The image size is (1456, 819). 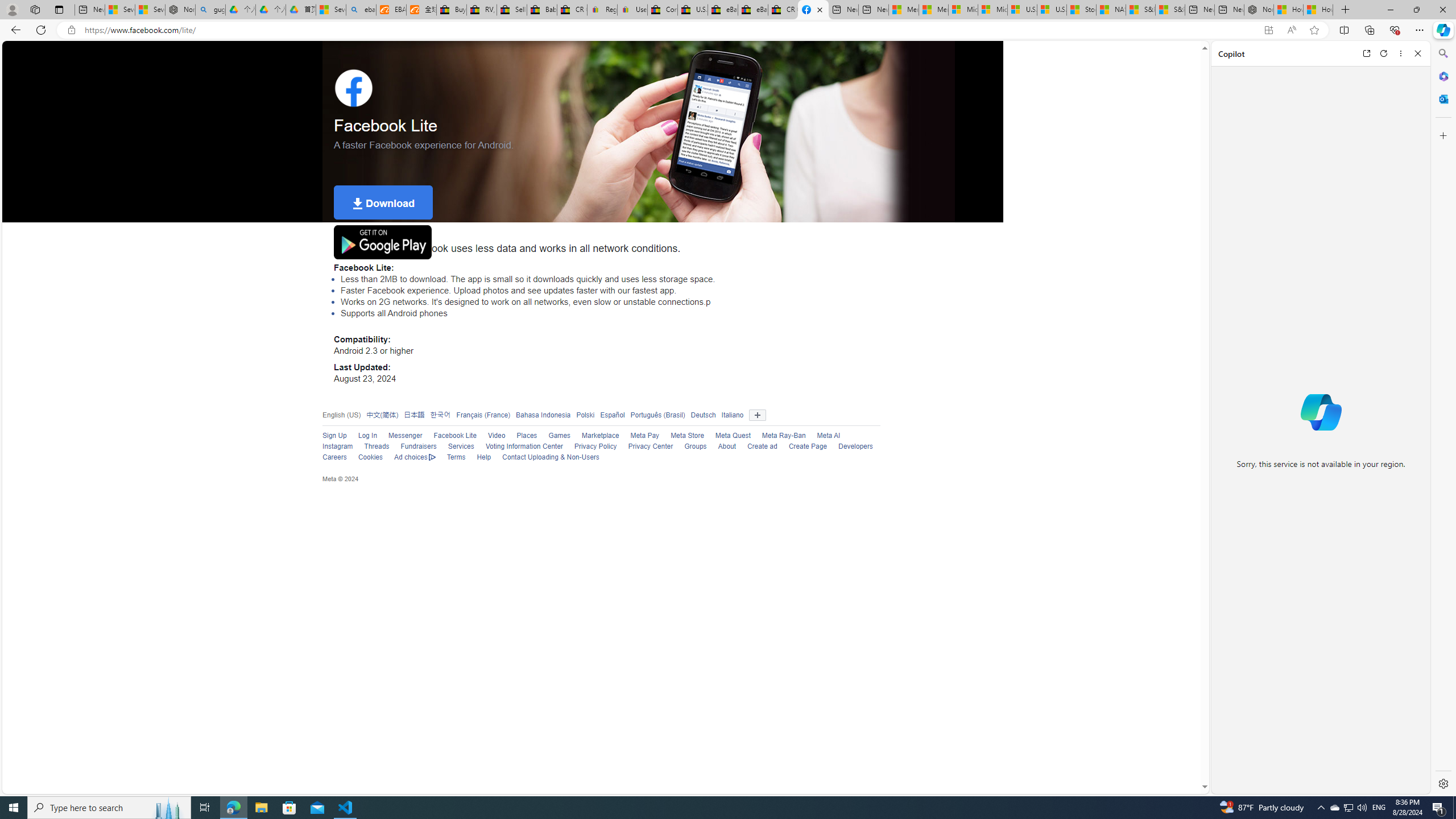 What do you see at coordinates (806, 446) in the screenshot?
I see `'Create Page'` at bounding box center [806, 446].